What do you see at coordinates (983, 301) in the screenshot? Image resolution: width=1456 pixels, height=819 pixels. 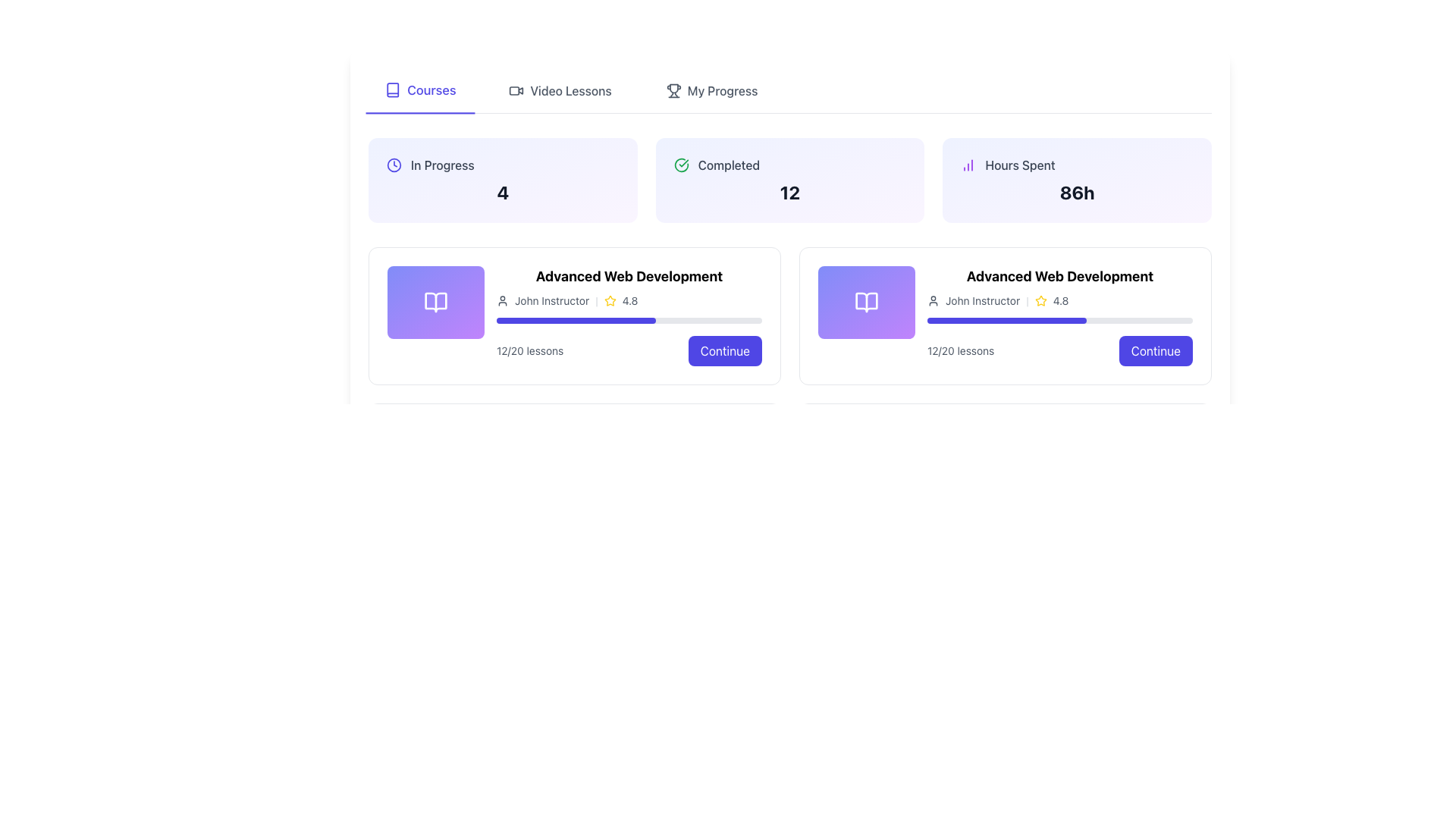 I see `displayed information from the Text Label containing 'John Instructor', which is positioned between the user icon and a separator in the layout` at bounding box center [983, 301].